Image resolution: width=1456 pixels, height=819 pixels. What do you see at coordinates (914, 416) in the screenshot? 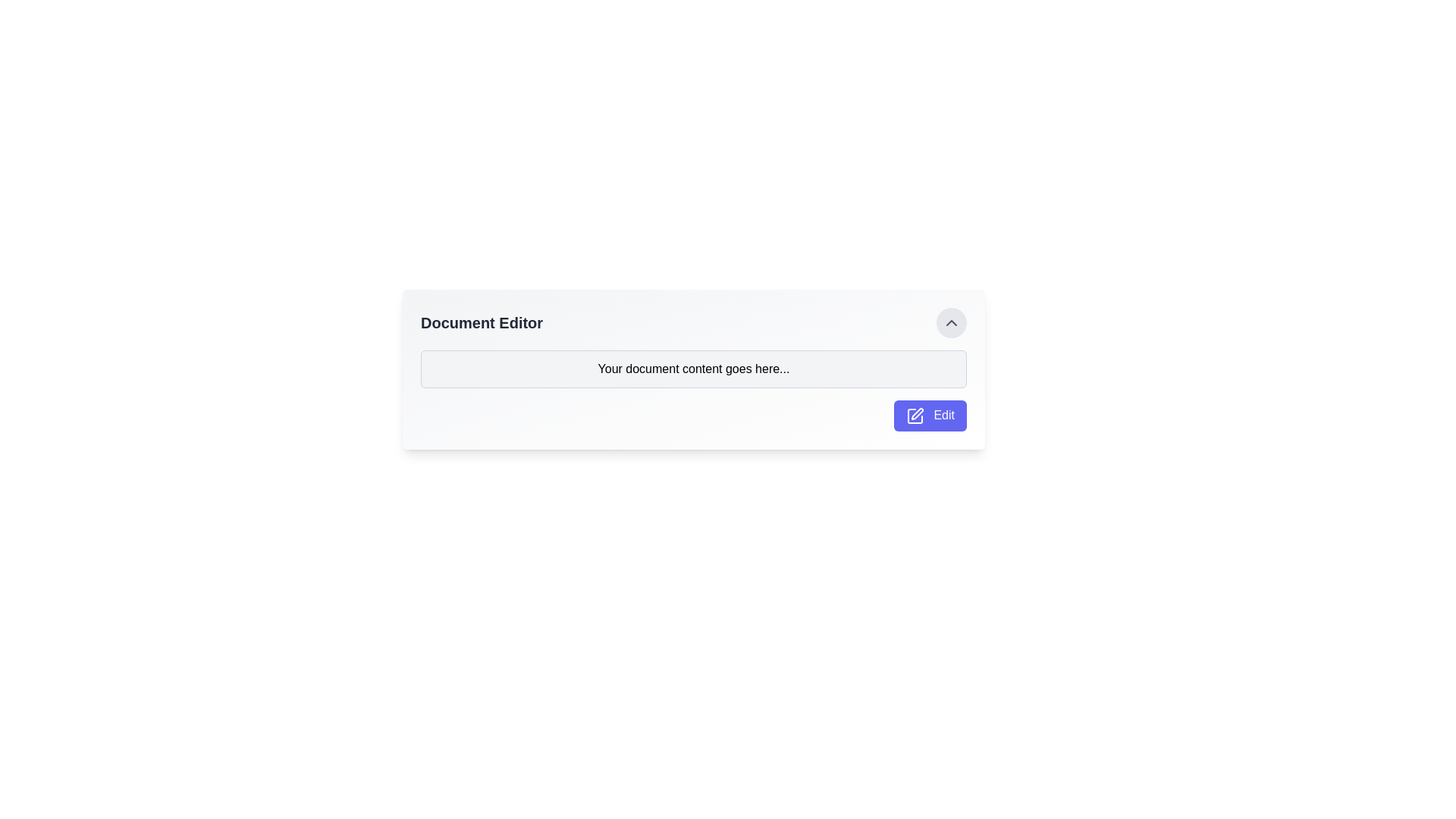
I see `the illustrative icon representing an edit or modification feature located near the bottom-right corner of the UI, adjacent to the 'Edit' button` at bounding box center [914, 416].